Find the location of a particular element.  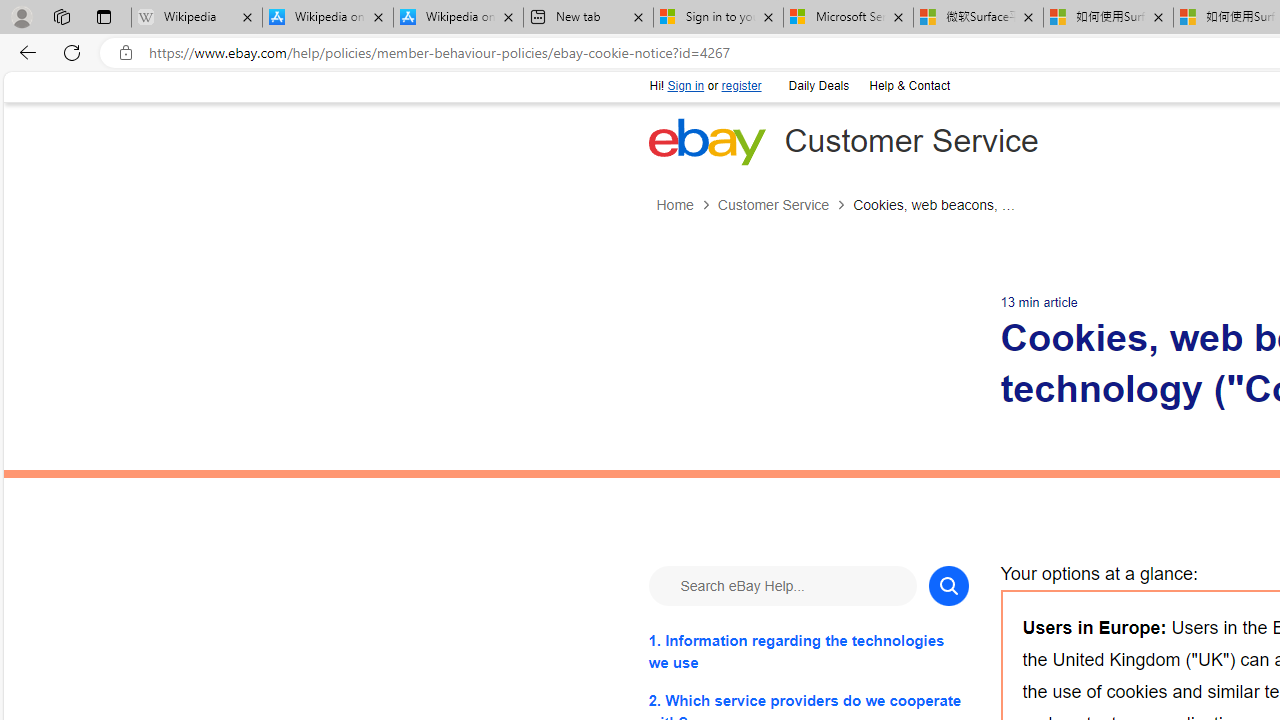

'Sign in' is located at coordinates (686, 85).